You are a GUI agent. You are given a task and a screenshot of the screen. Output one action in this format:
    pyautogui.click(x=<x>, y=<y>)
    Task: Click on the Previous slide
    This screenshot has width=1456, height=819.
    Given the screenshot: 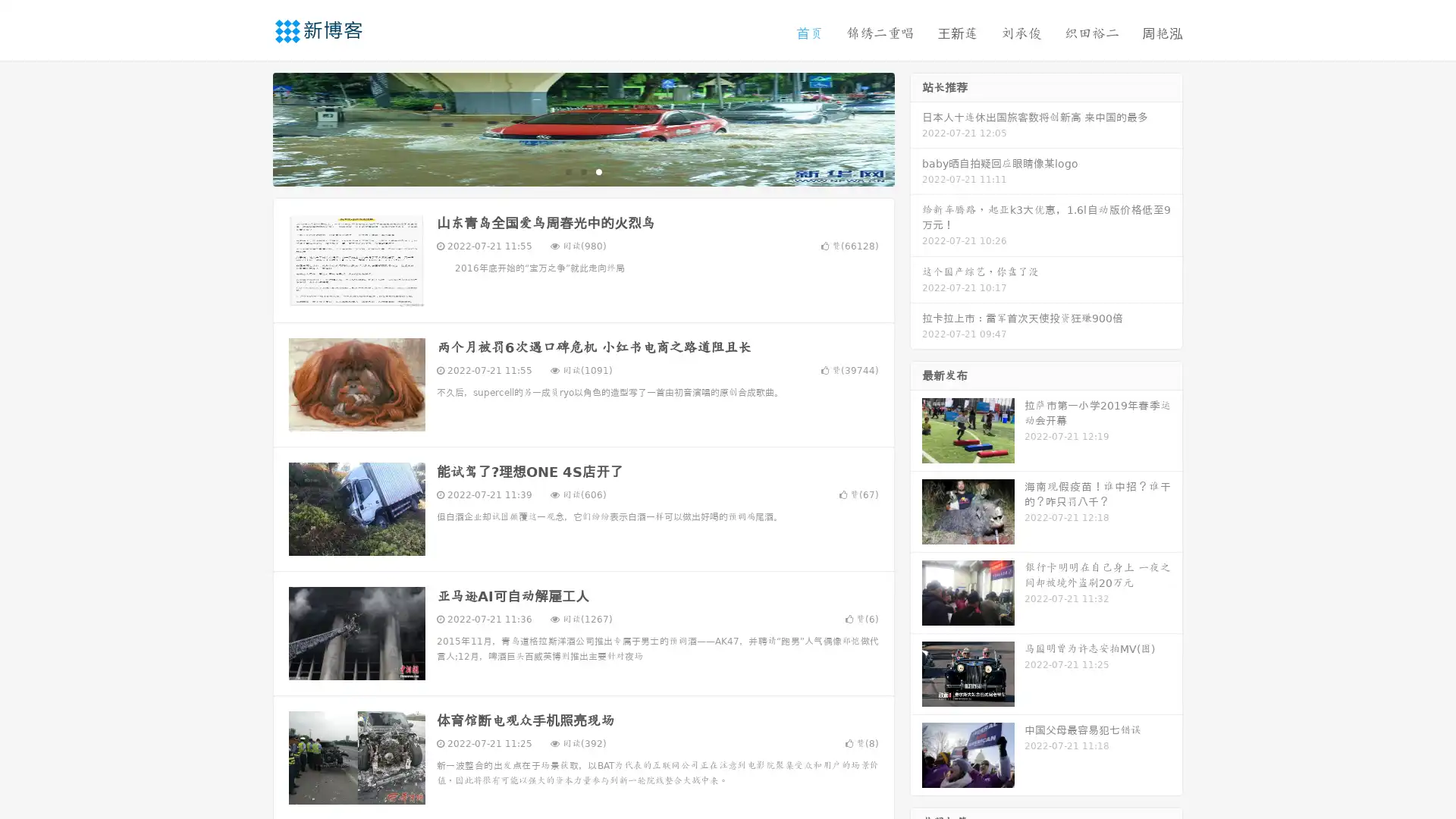 What is the action you would take?
    pyautogui.click(x=250, y=127)
    